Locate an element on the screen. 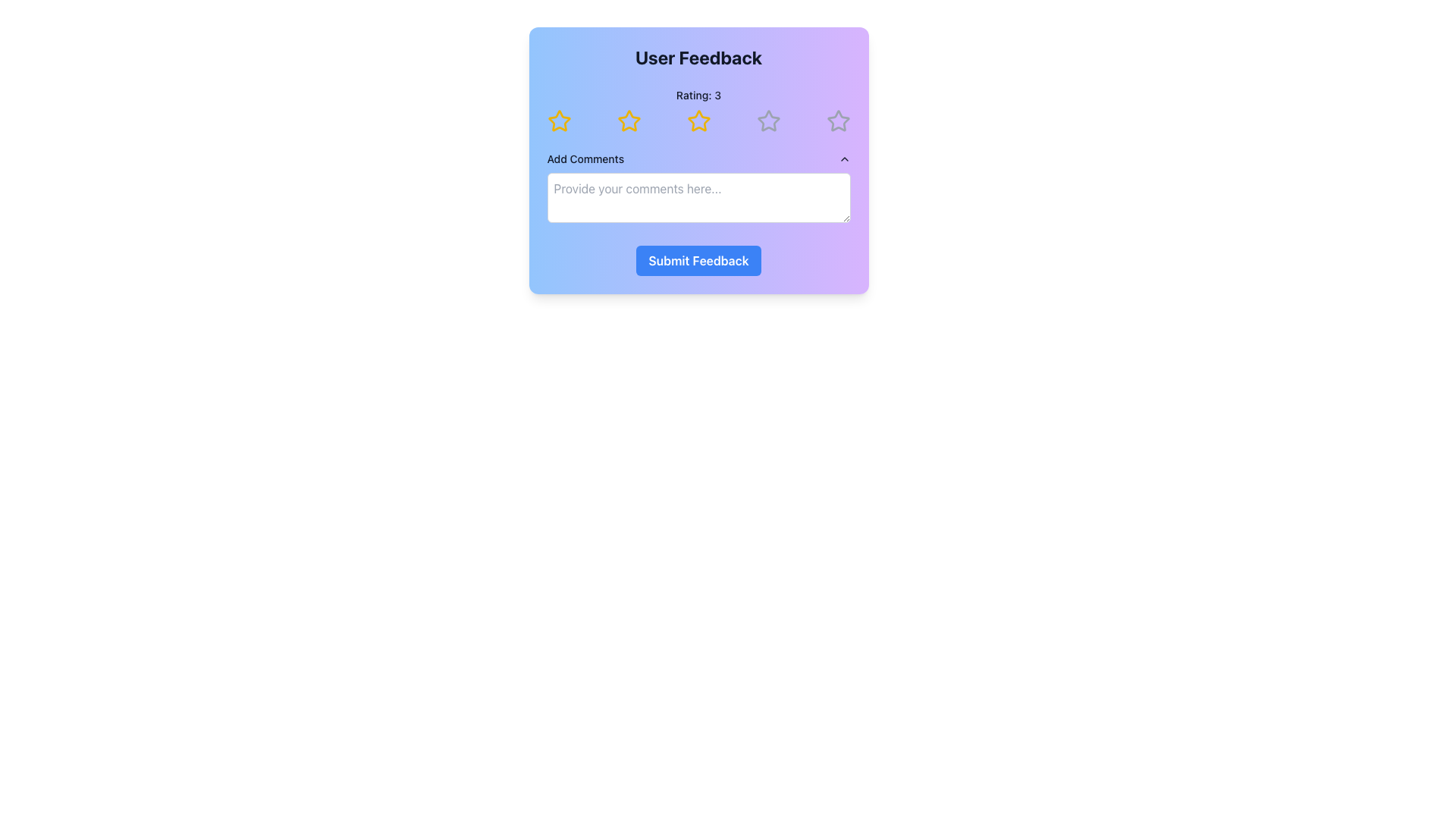 The image size is (1456, 819). across the second star icon from the left in the user feedback section is located at coordinates (629, 120).